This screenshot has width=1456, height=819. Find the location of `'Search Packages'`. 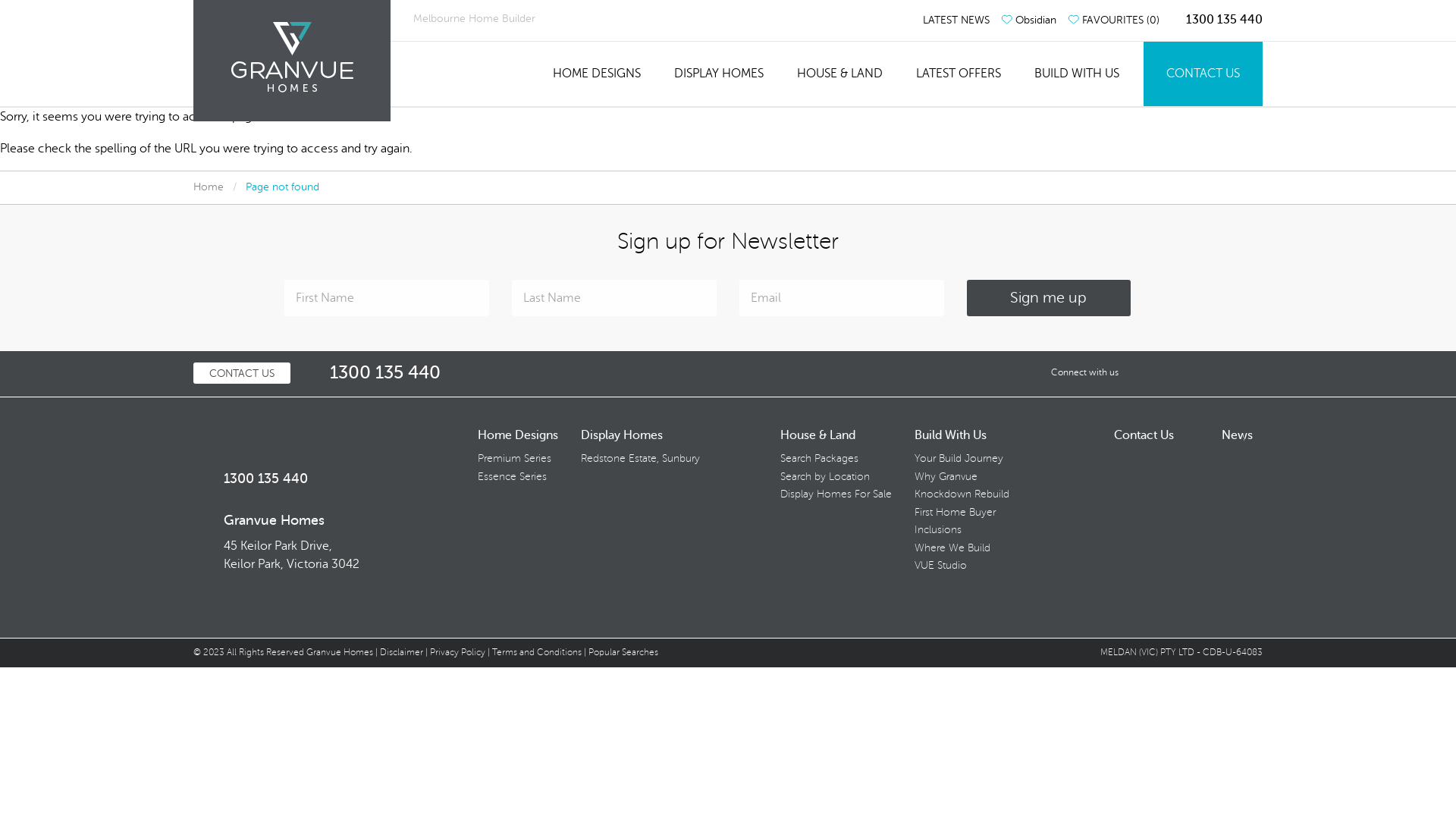

'Search Packages' is located at coordinates (818, 457).